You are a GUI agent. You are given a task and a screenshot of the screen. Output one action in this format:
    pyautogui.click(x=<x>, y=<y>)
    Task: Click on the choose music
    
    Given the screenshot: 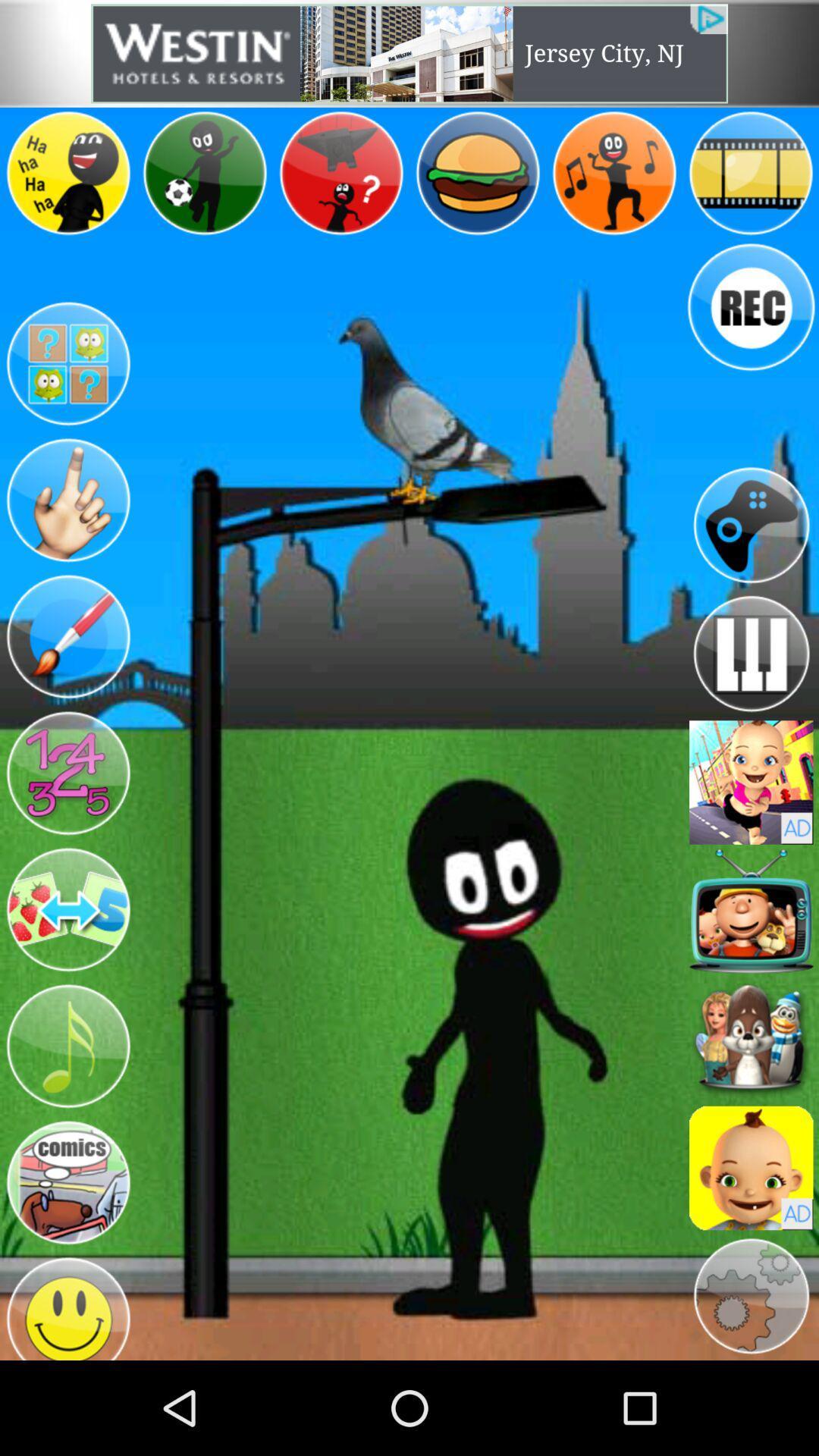 What is the action you would take?
    pyautogui.click(x=67, y=1046)
    